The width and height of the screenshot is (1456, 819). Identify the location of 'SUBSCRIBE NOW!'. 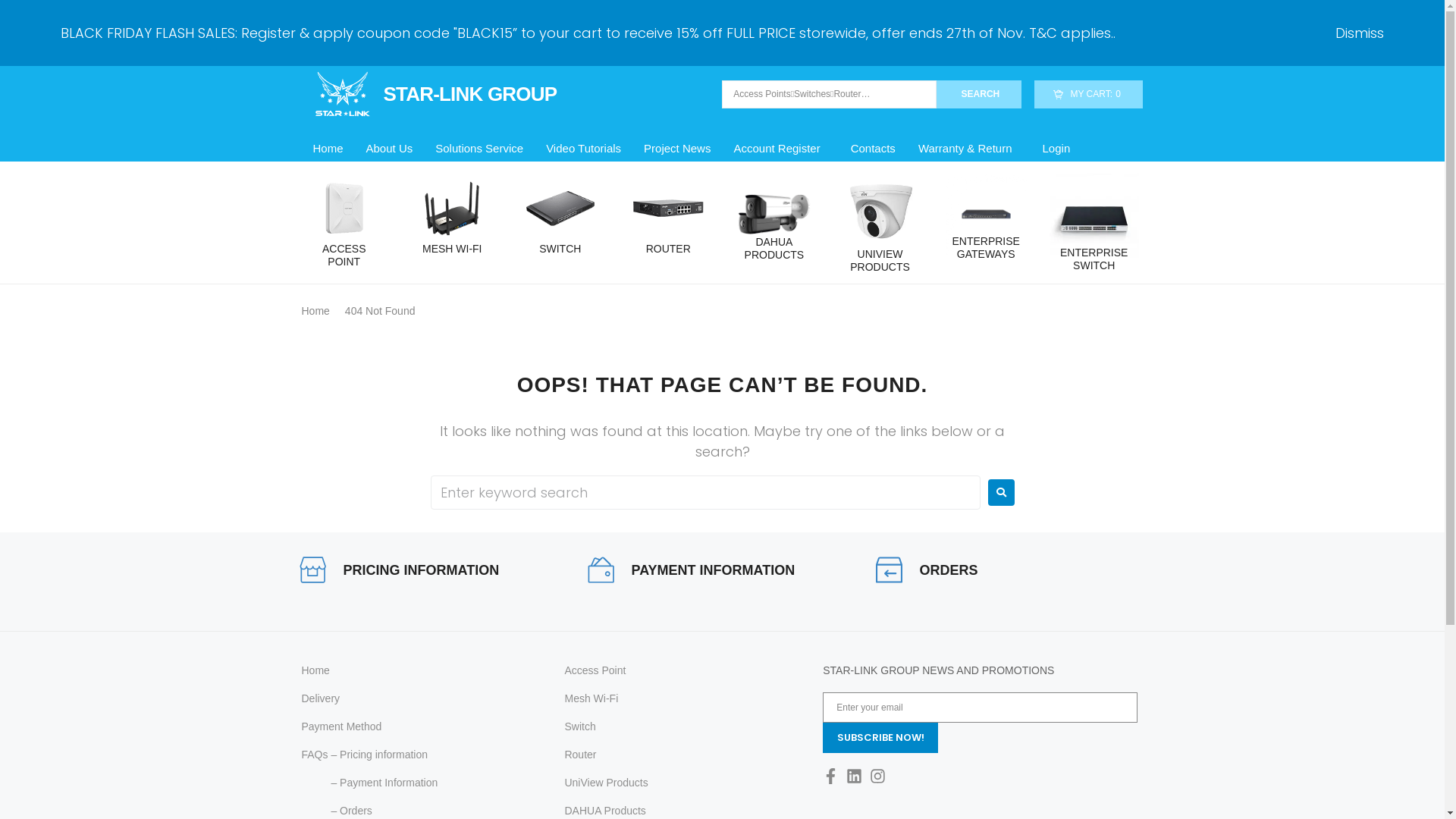
(880, 736).